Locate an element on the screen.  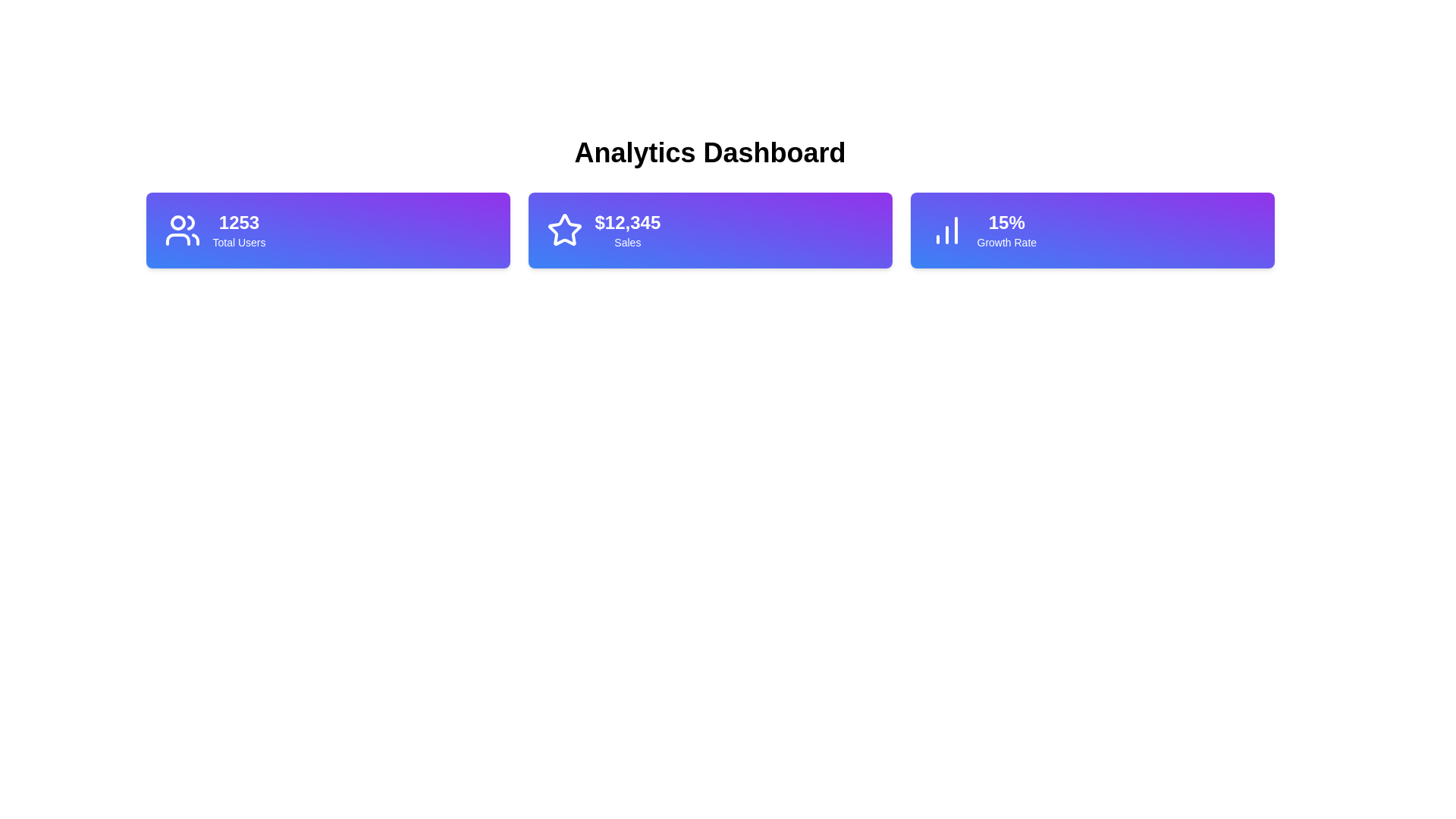
keyboard navigation is located at coordinates (709, 231).